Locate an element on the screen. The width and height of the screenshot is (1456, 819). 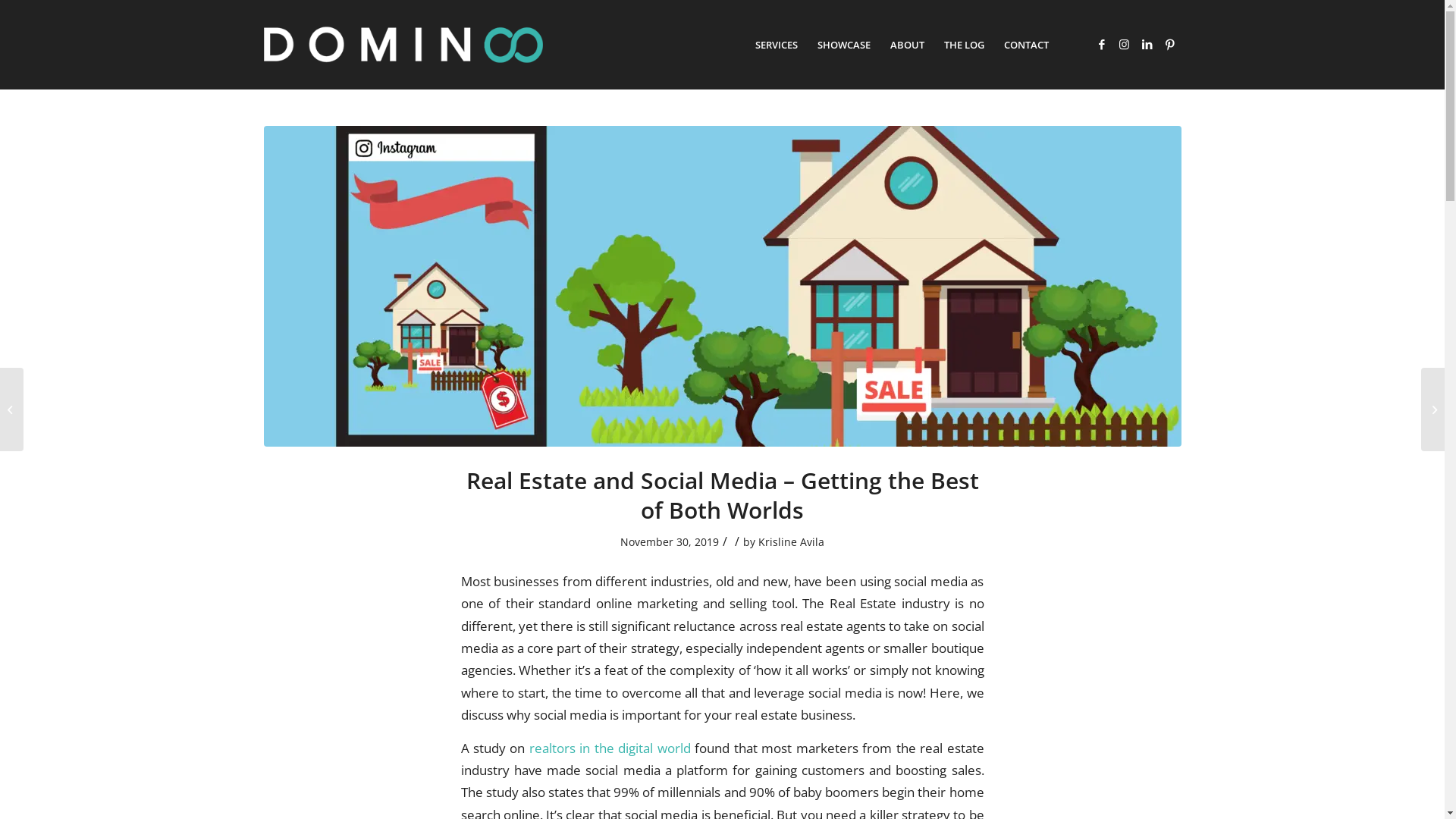
'domin8-logo-white-teal' is located at coordinates (403, 43).